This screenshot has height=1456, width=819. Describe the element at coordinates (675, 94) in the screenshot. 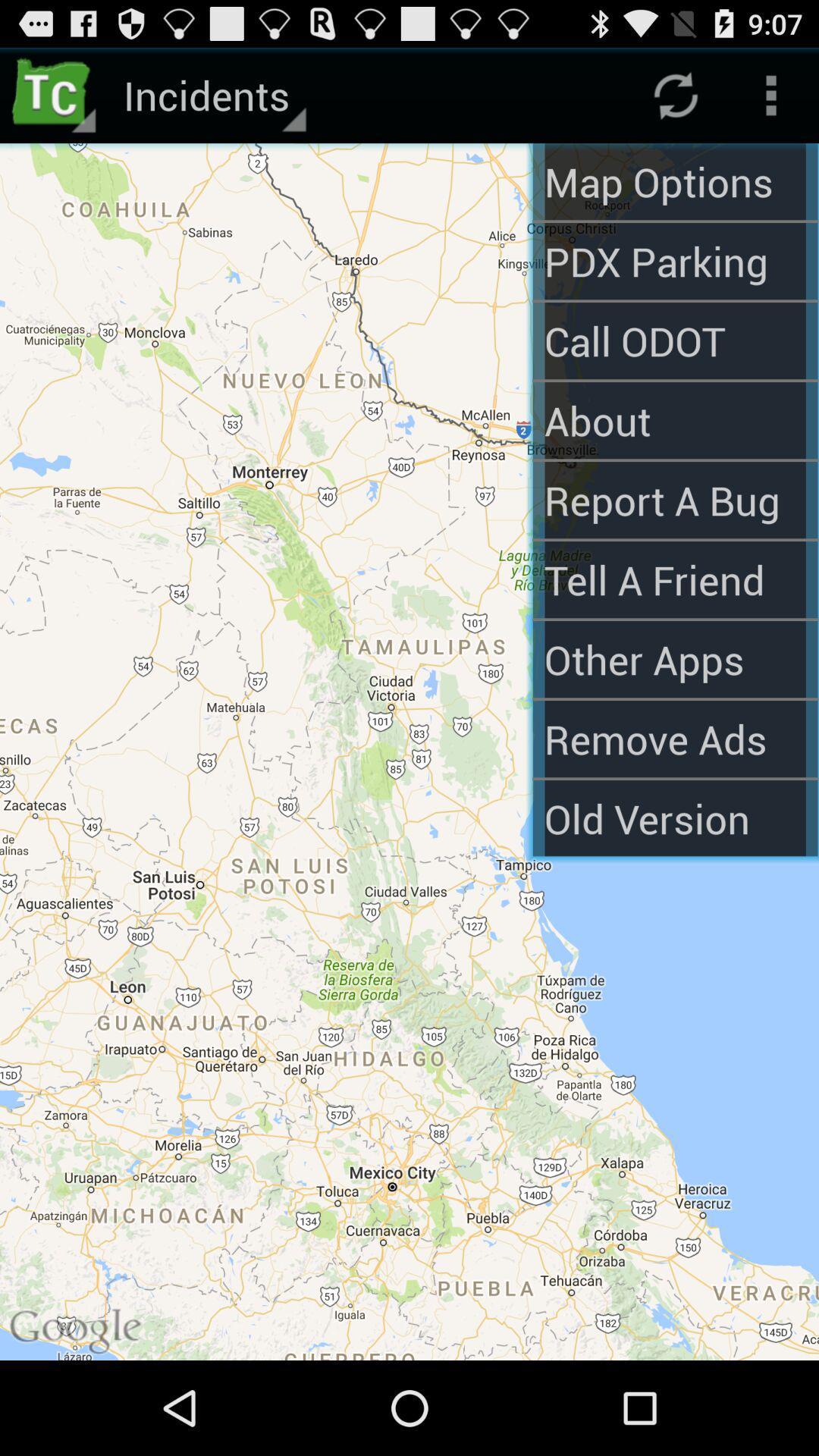

I see `synchronize icon` at that location.